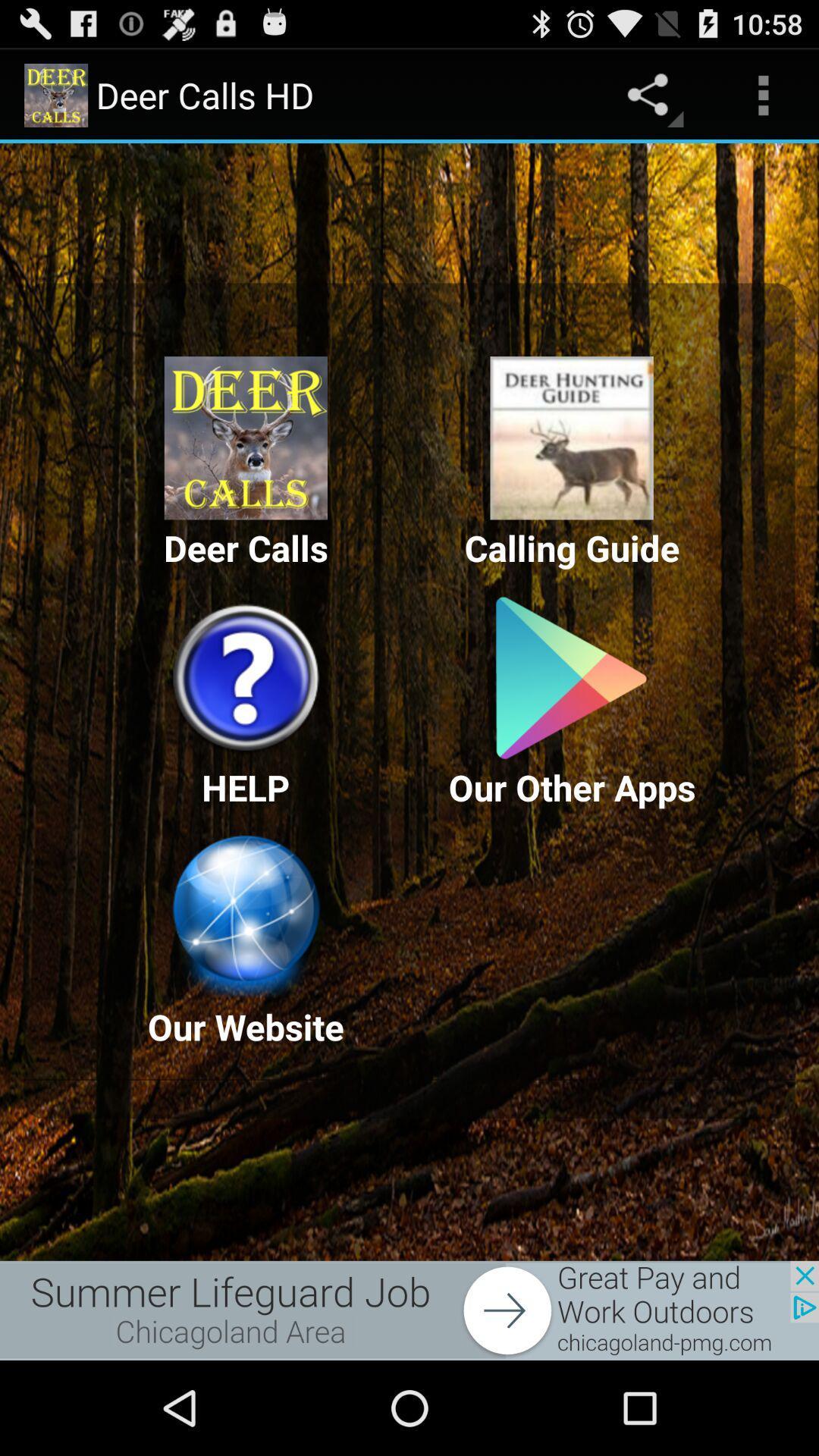 This screenshot has height=1456, width=819. Describe the element at coordinates (409, 1310) in the screenshot. I see `advertisement page` at that location.